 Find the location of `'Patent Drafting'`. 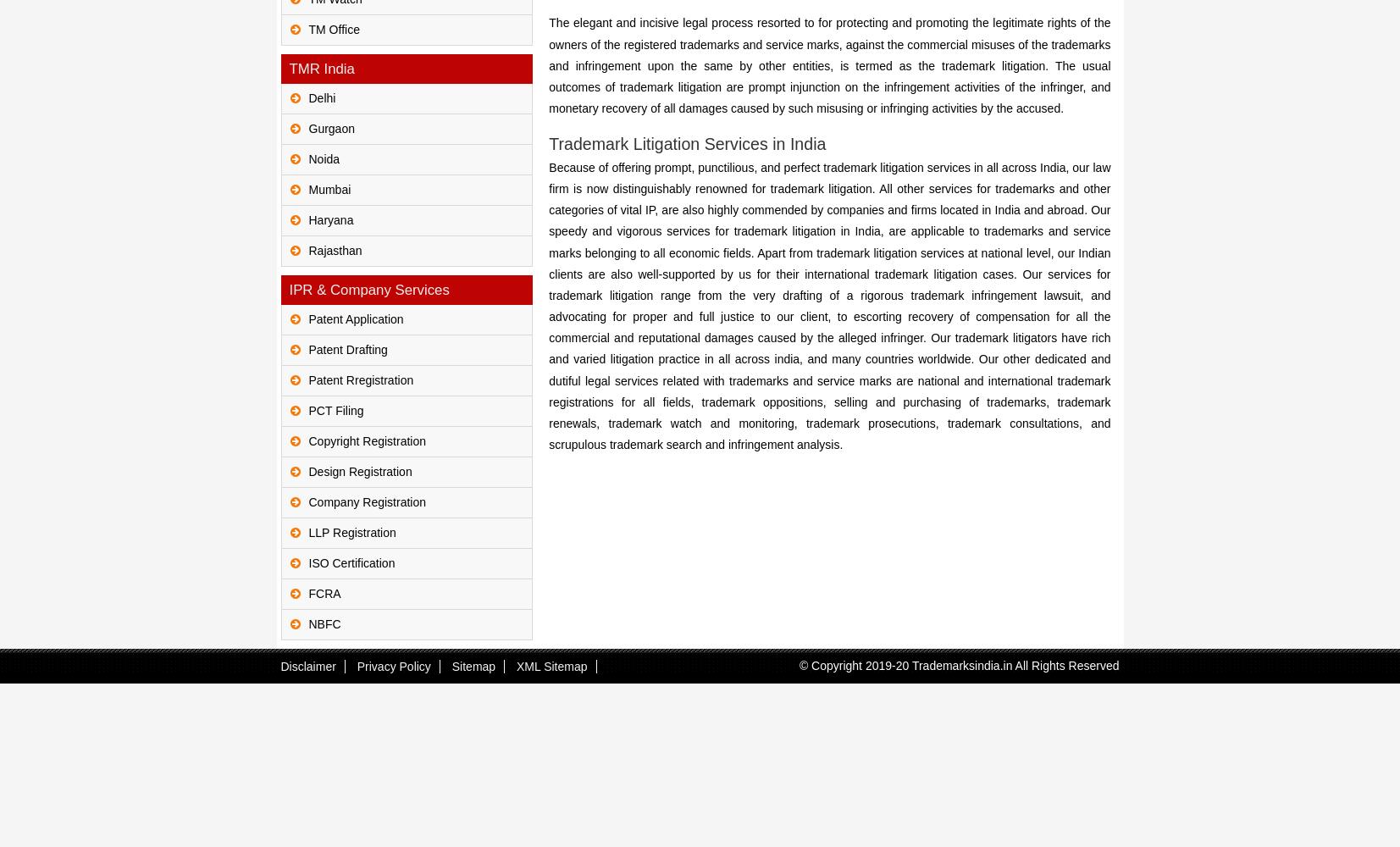

'Patent Drafting' is located at coordinates (346, 350).